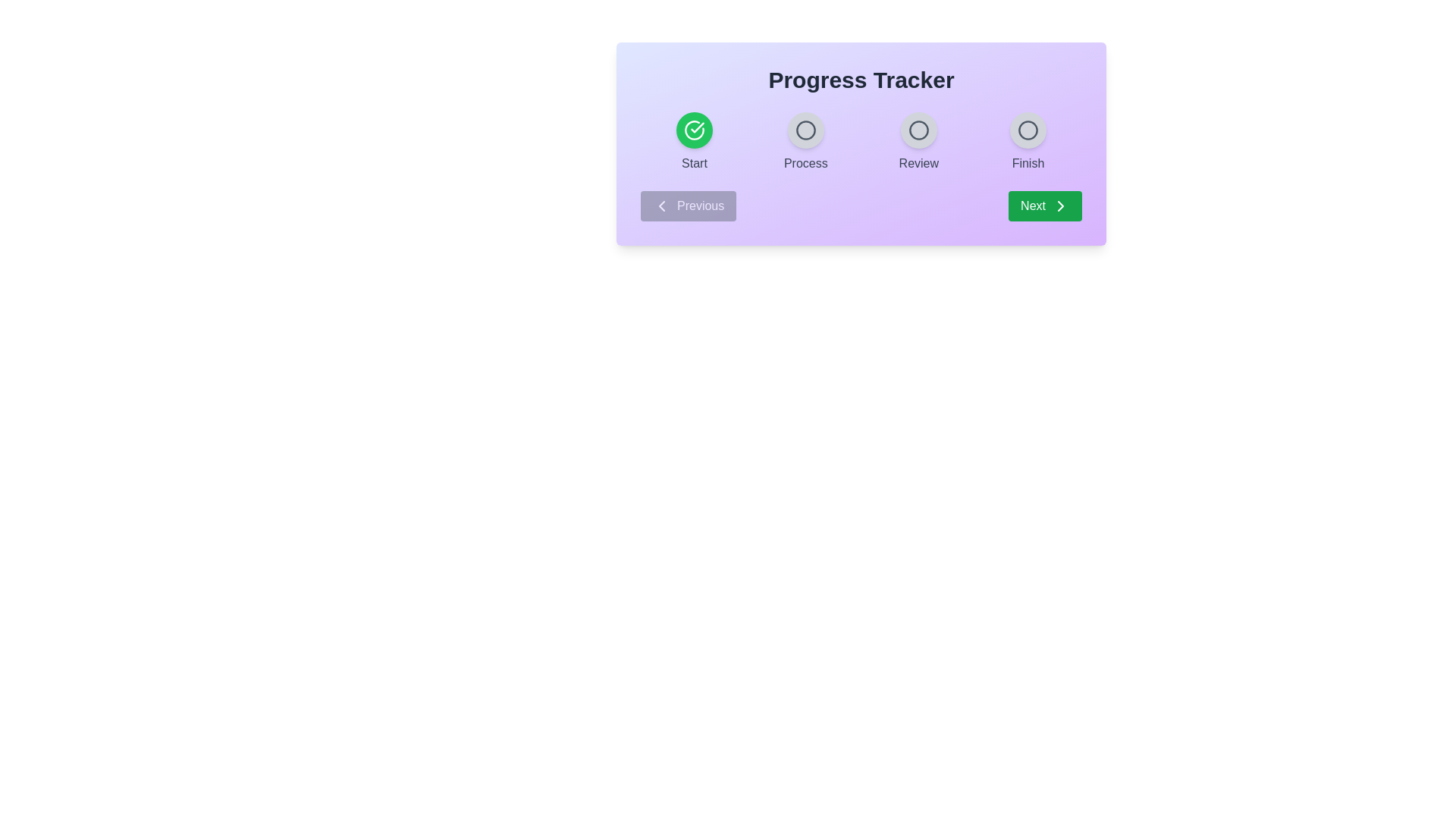 Image resolution: width=1456 pixels, height=819 pixels. Describe the element at coordinates (688, 206) in the screenshot. I see `'Previous' button which has a gray background, white text, rounded corners, and a left-facing chevron icon, indicating it is currently inactive` at that location.